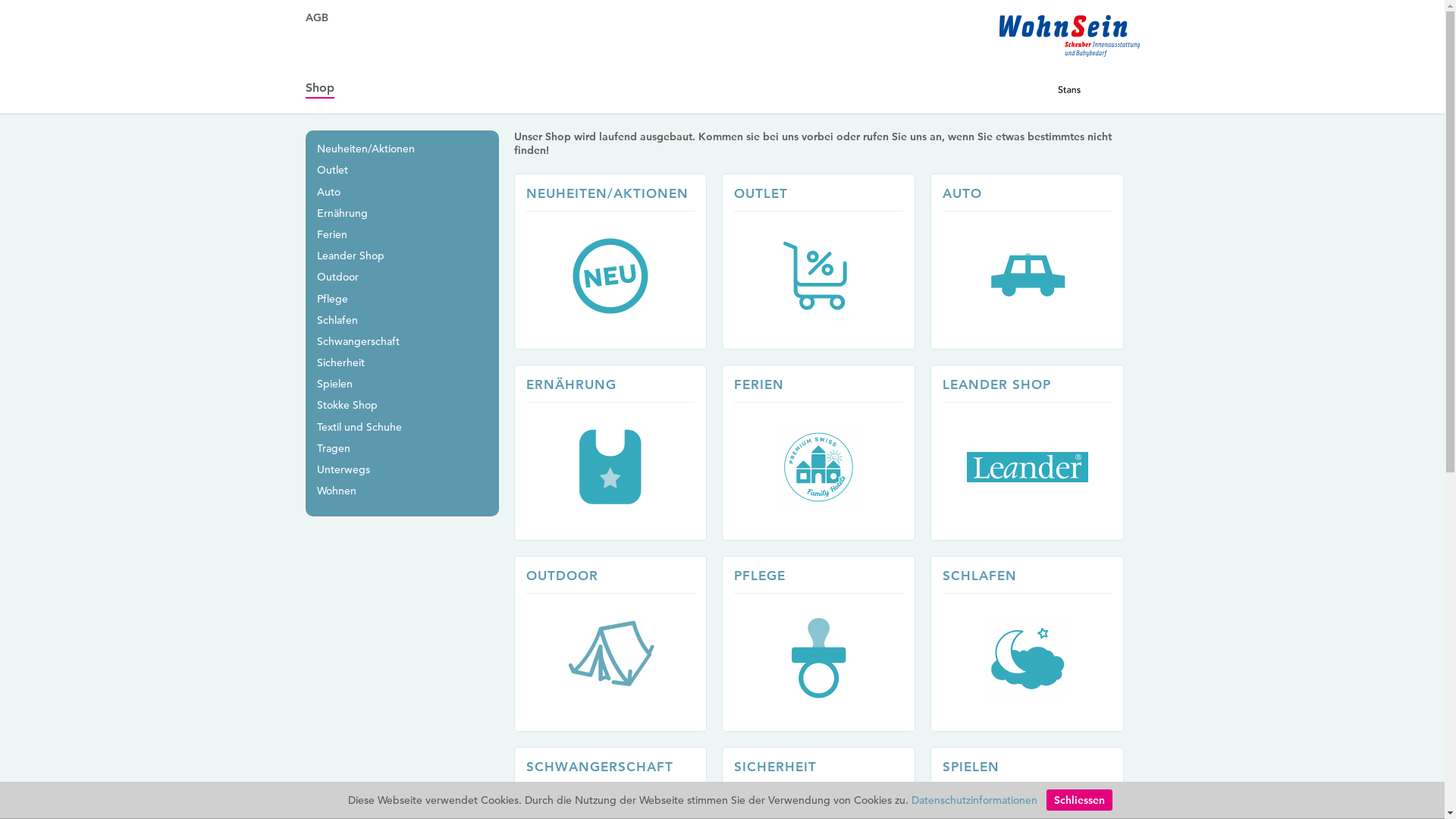 The image size is (1456, 819). Describe the element at coordinates (974, 799) in the screenshot. I see `'Datenschutzinformationen'` at that location.